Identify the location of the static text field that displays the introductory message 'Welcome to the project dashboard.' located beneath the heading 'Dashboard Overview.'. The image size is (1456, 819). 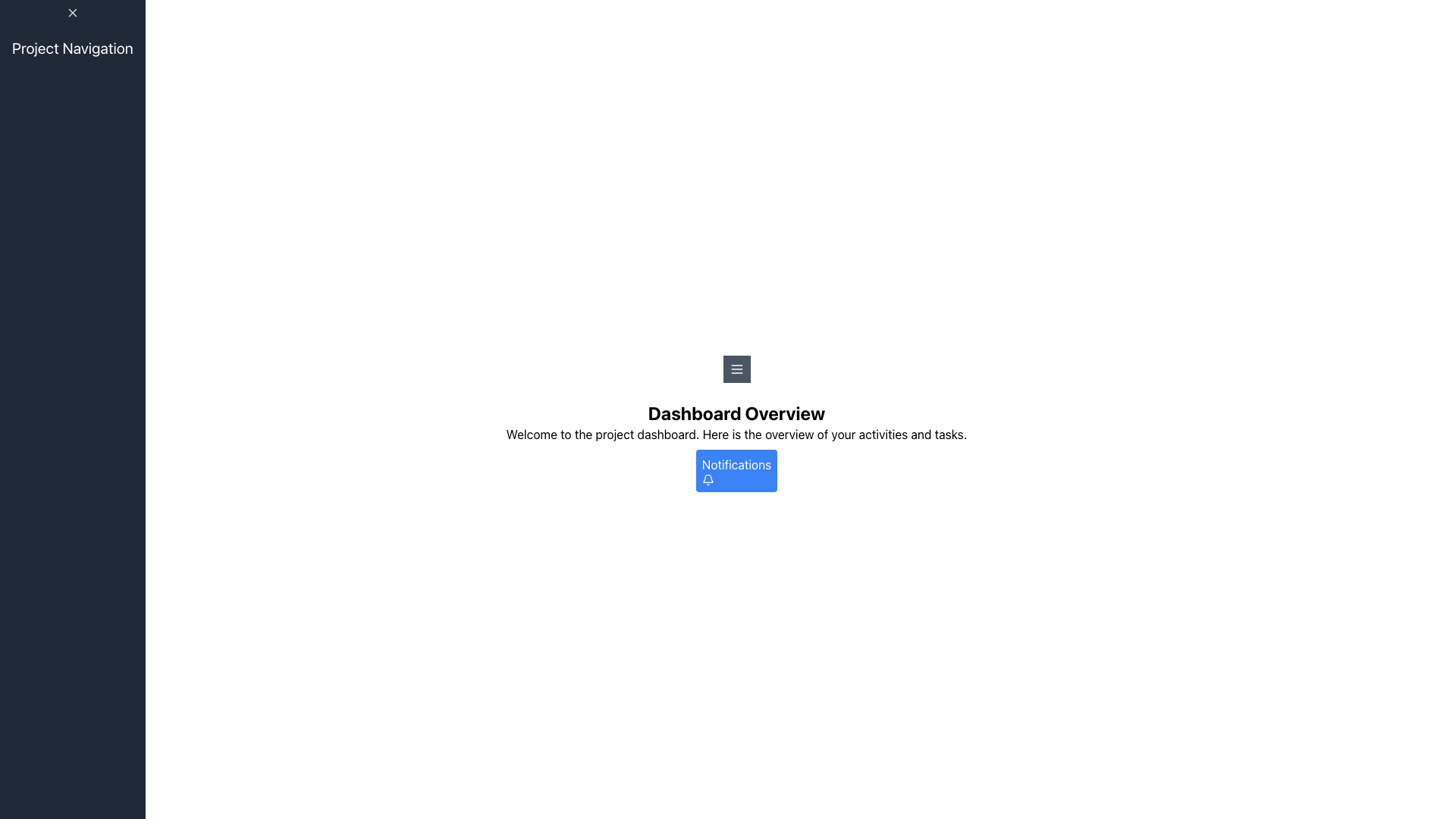
(736, 435).